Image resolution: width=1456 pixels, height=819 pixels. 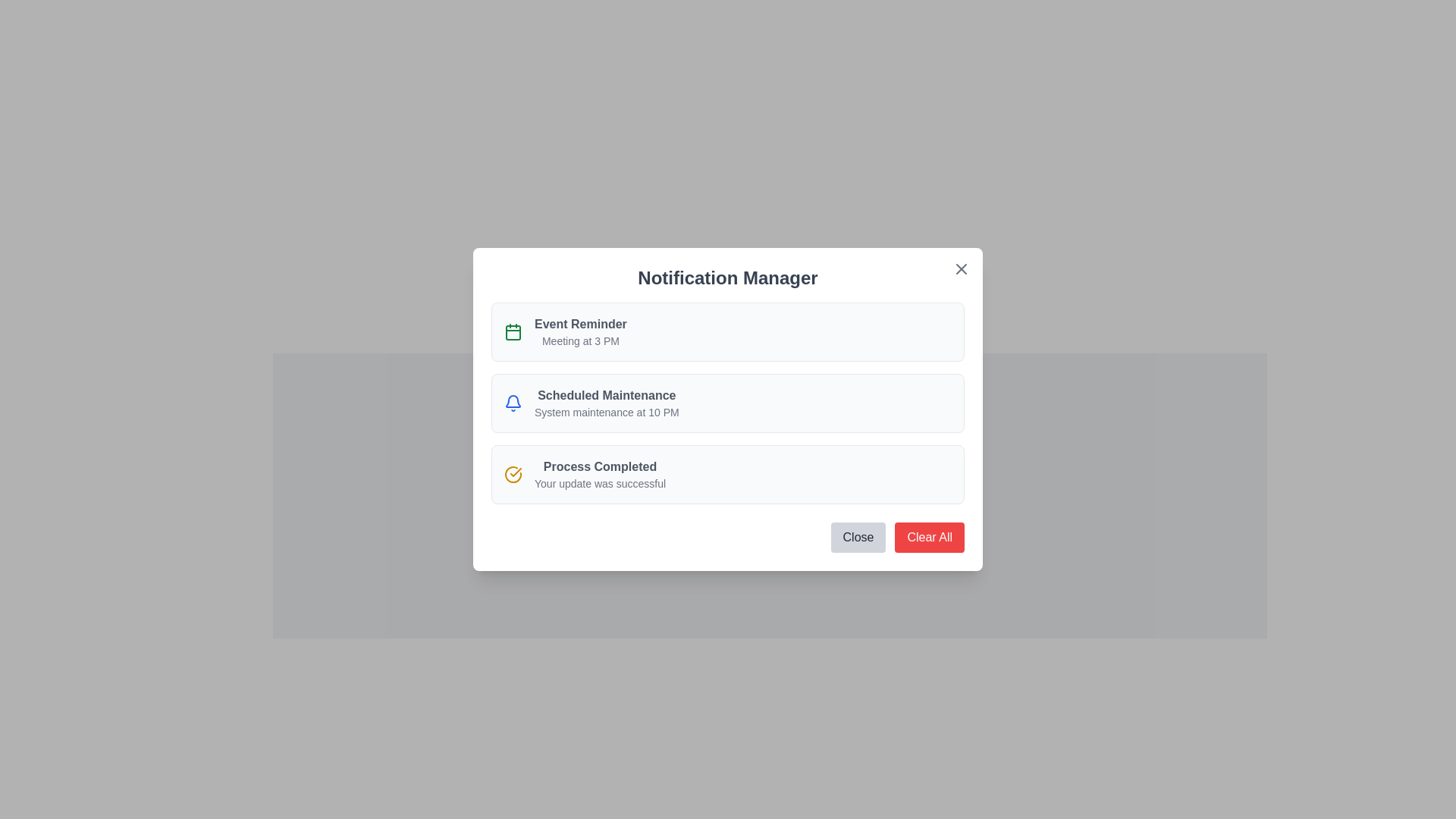 What do you see at coordinates (728, 403) in the screenshot?
I see `notification details from the second notification card titled 'Scheduled Maintenance' in the 'Notification Manager' modal window` at bounding box center [728, 403].